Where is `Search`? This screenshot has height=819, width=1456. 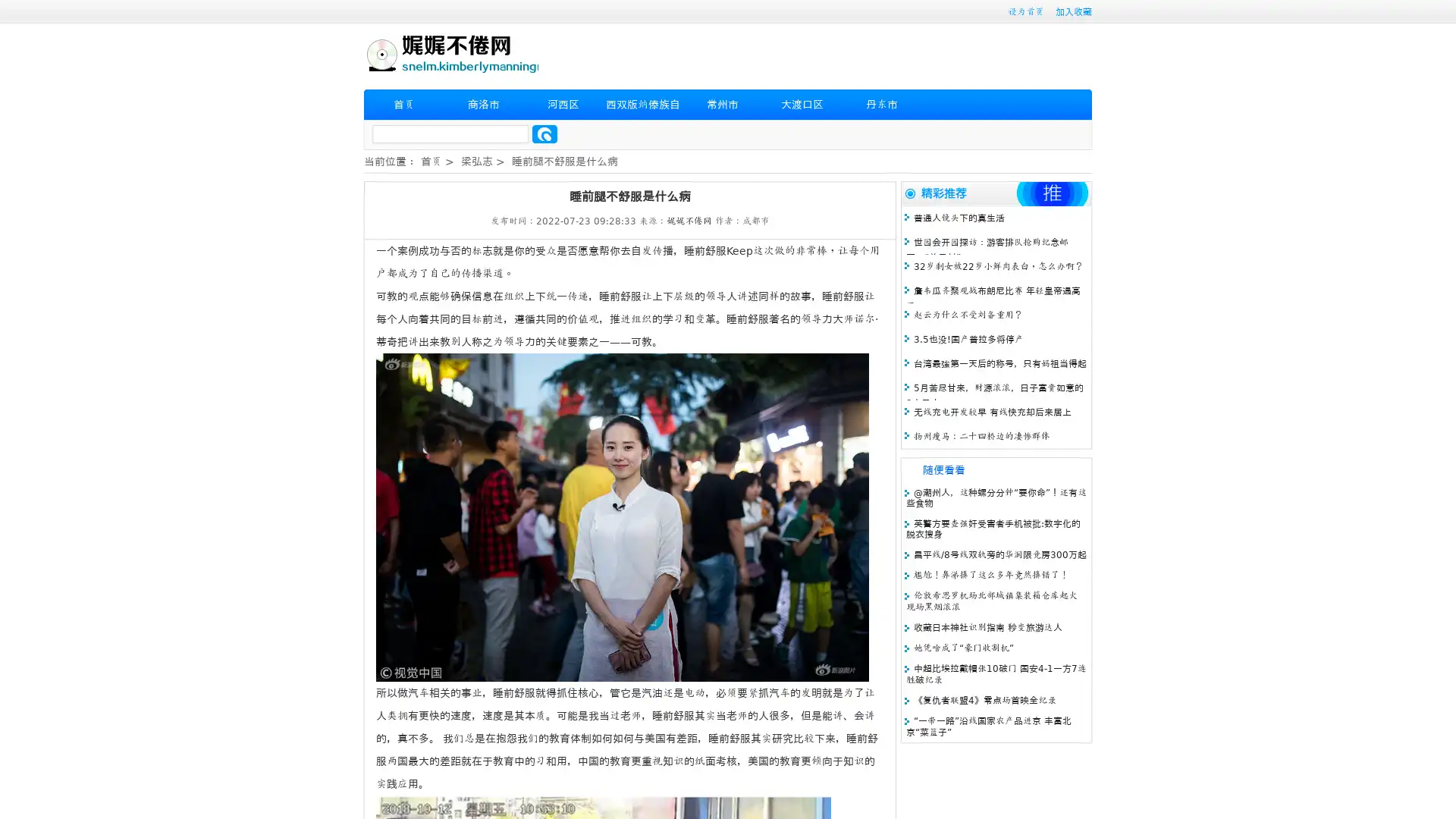
Search is located at coordinates (544, 133).